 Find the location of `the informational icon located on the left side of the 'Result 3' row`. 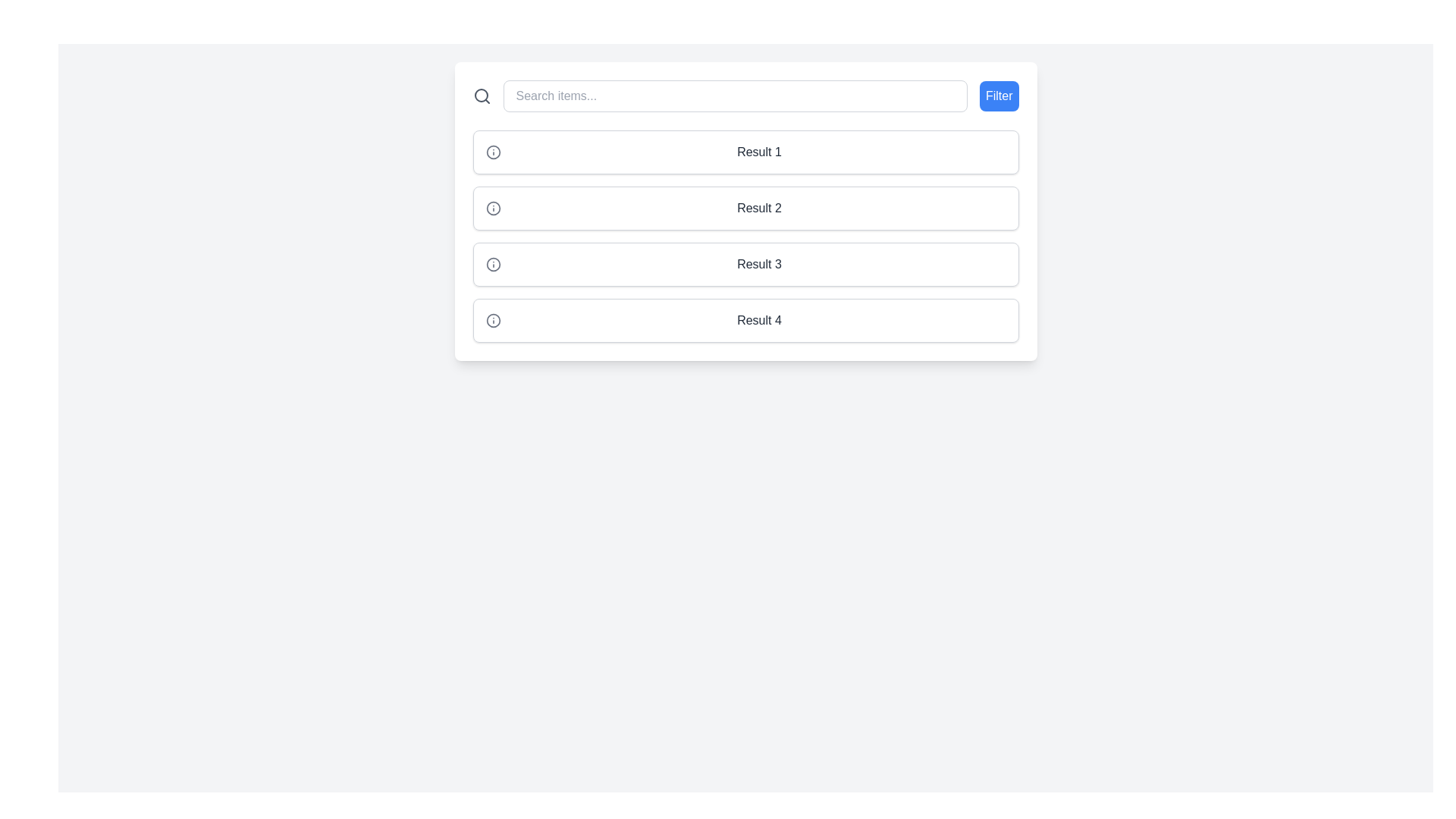

the informational icon located on the left side of the 'Result 3' row is located at coordinates (493, 263).